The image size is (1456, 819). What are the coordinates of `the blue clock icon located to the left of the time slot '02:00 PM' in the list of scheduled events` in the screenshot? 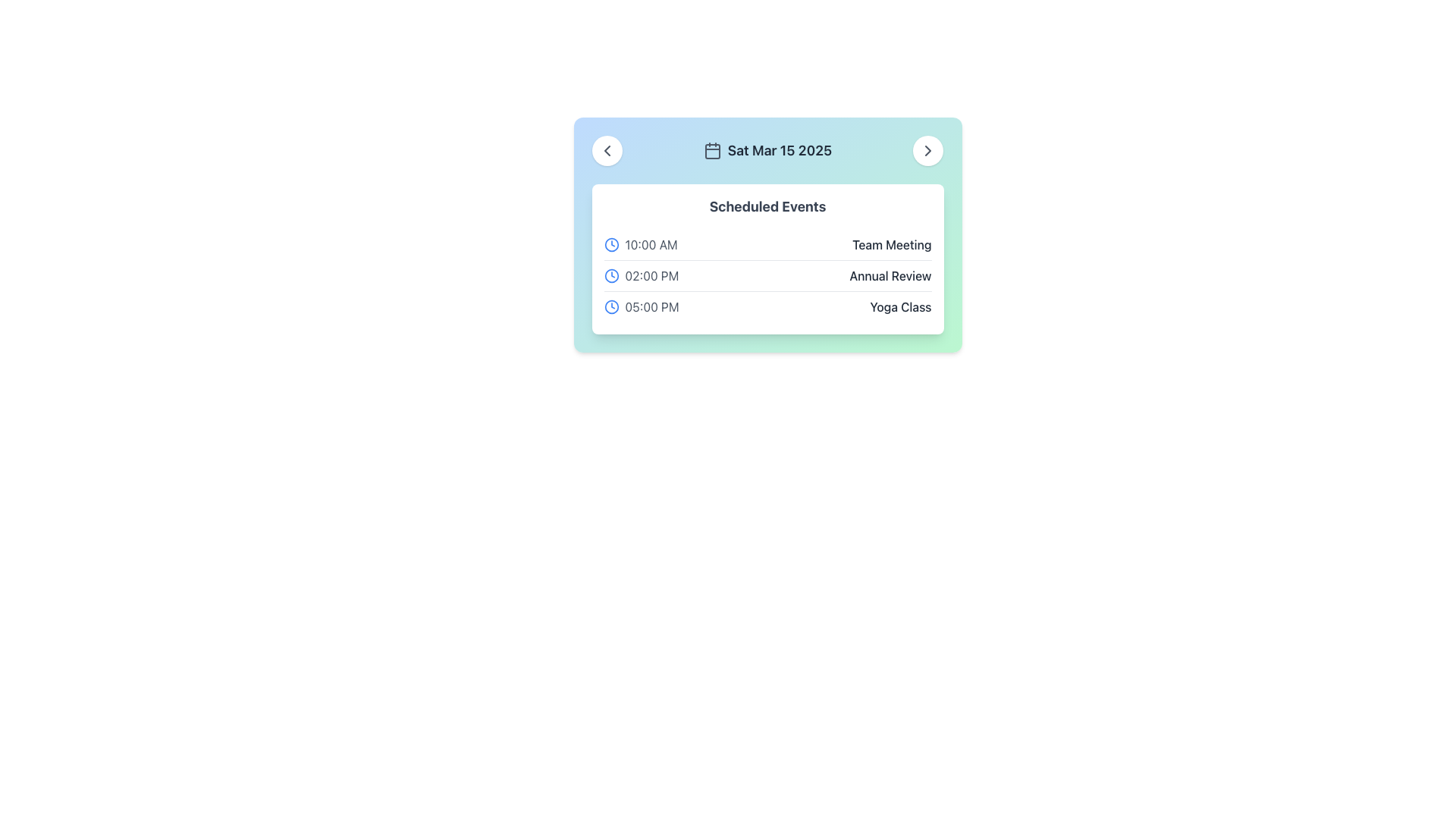 It's located at (611, 275).